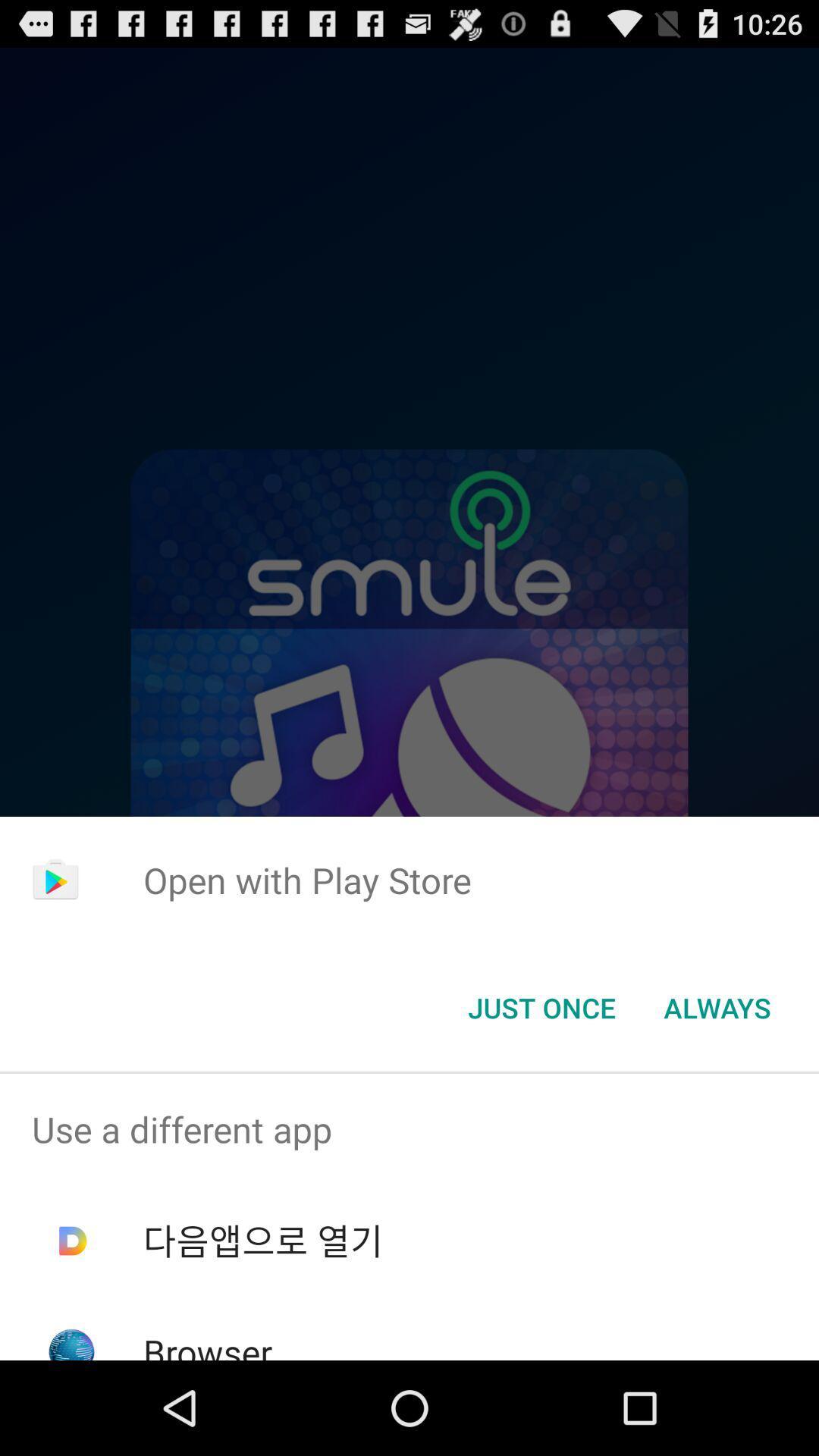 The height and width of the screenshot is (1456, 819). What do you see at coordinates (541, 1008) in the screenshot?
I see `the just once` at bounding box center [541, 1008].